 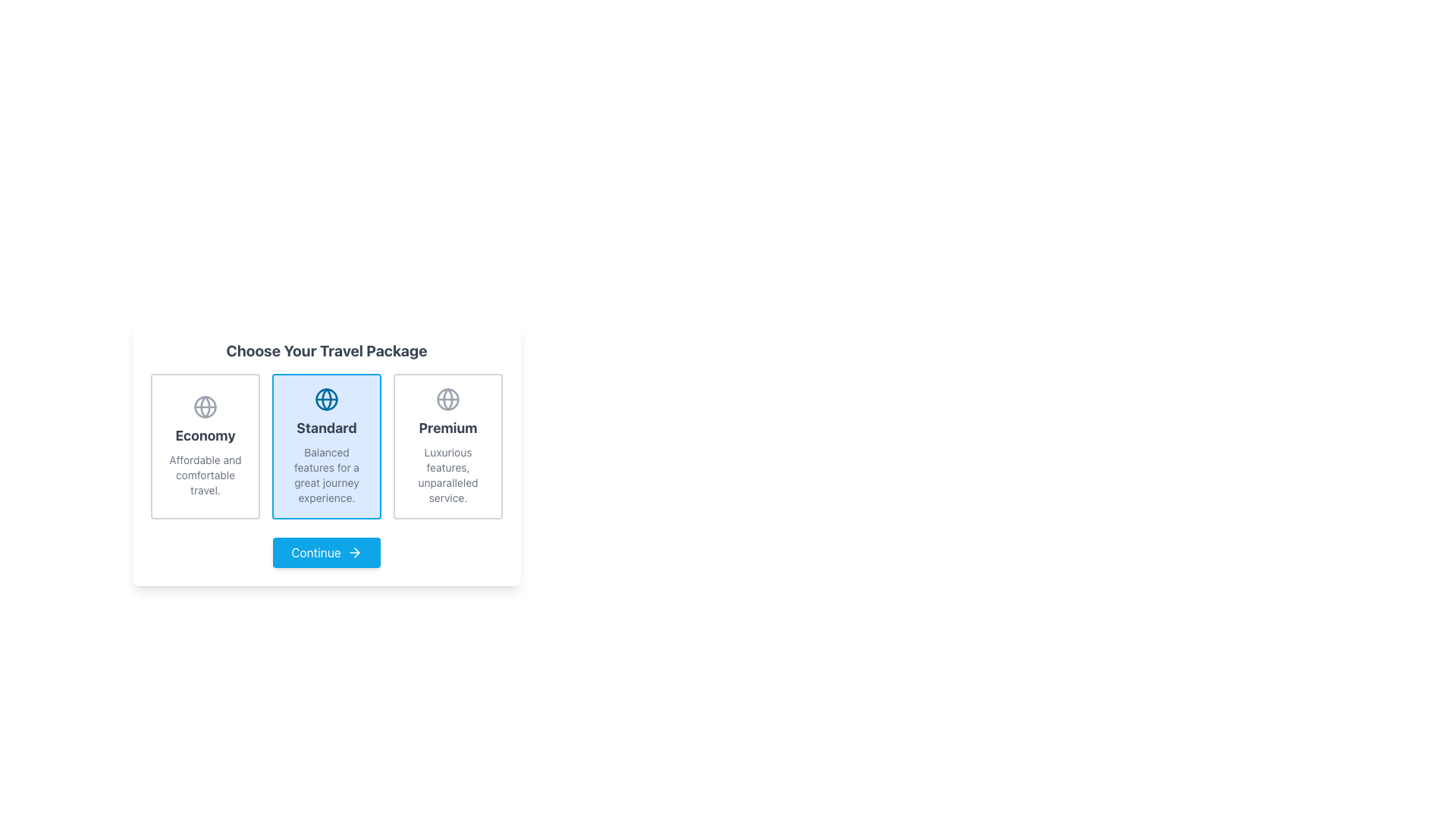 What do you see at coordinates (204, 406) in the screenshot?
I see `the globe icon located at the top of the 'Economy' card in the travel package selection interface, which is styled in a circular format with a gray stroke` at bounding box center [204, 406].